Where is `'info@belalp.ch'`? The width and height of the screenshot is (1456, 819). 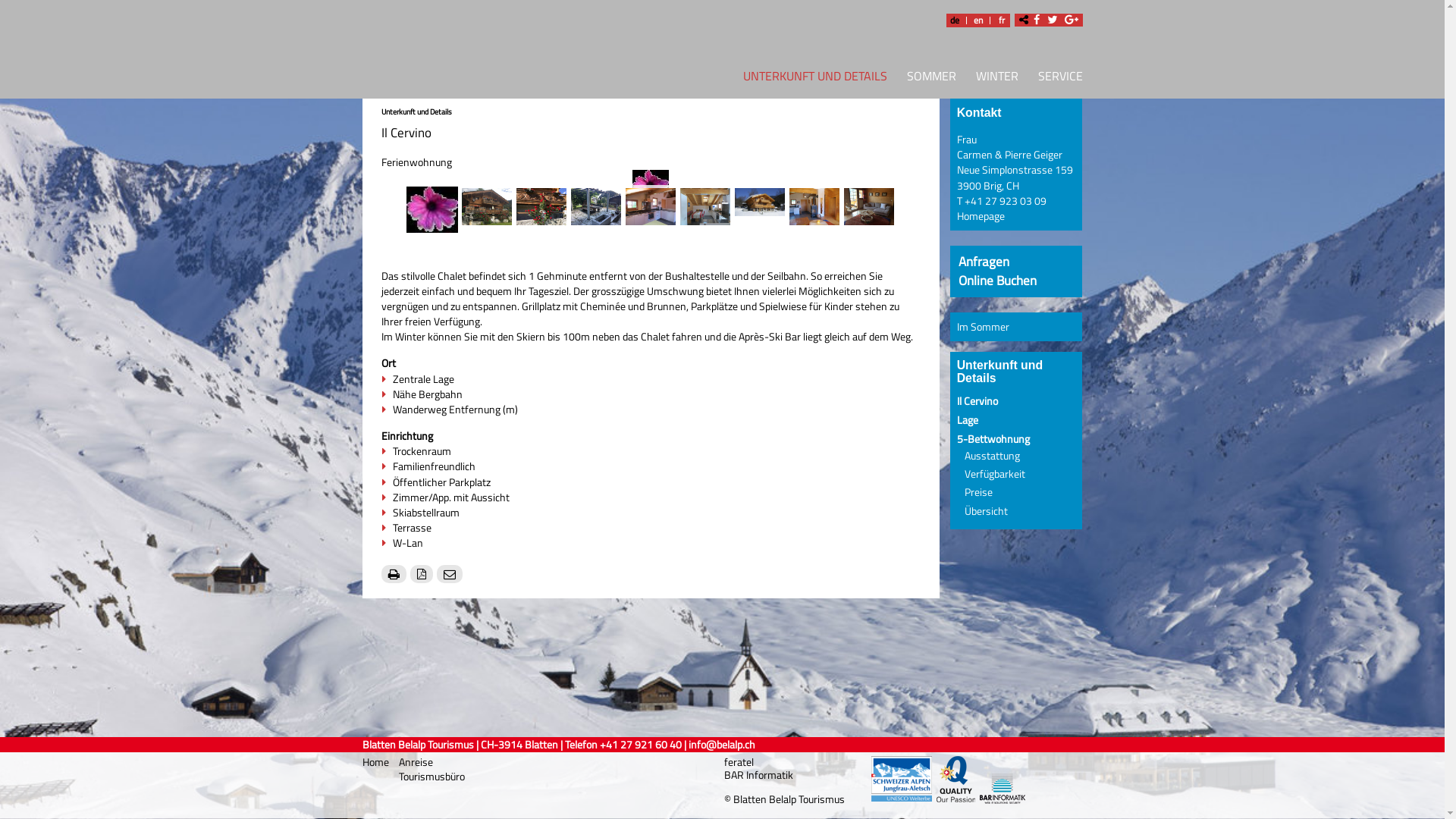 'info@belalp.ch' is located at coordinates (720, 744).